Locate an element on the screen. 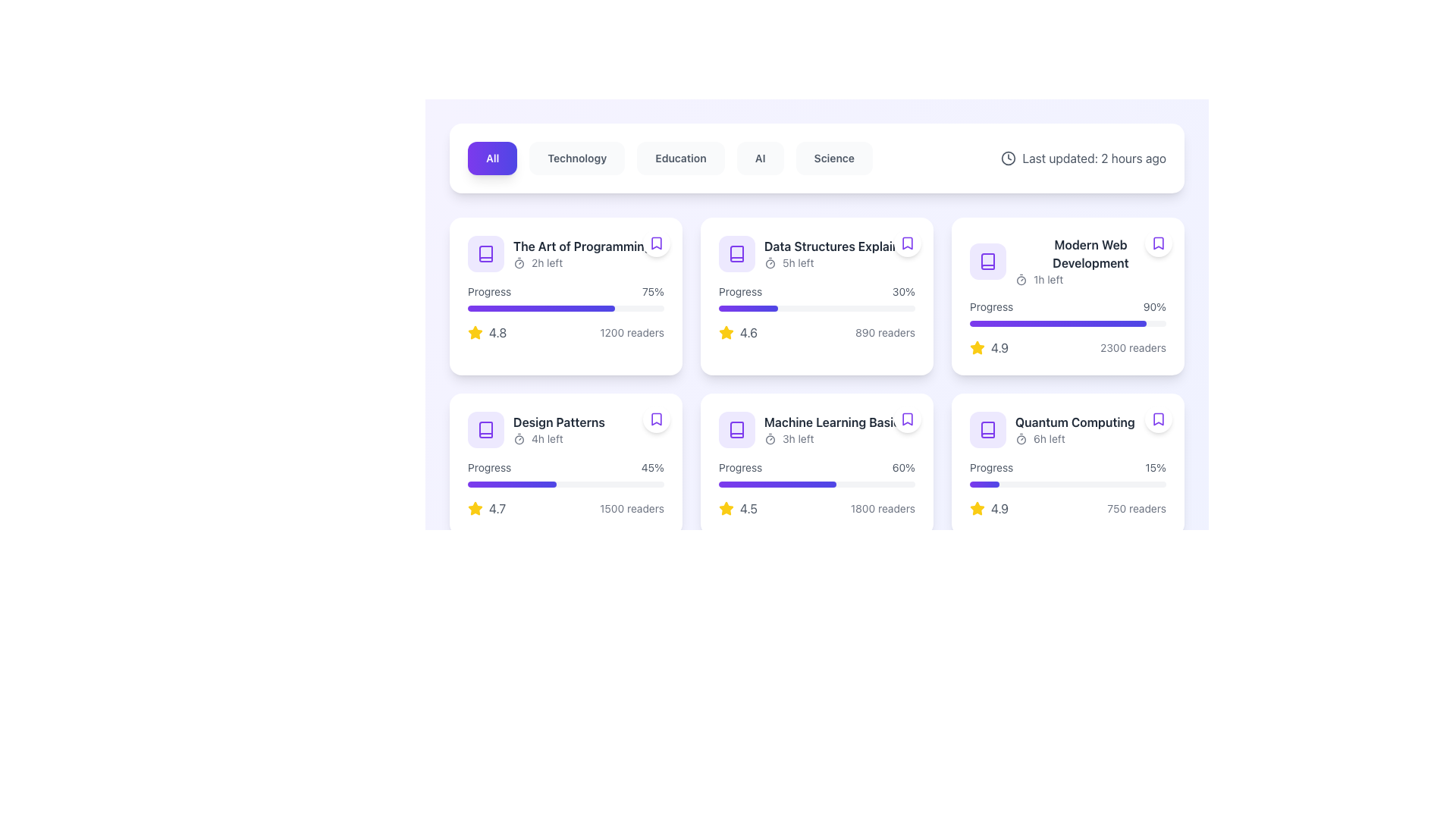  'Progress' text label located within the 'Quantum Computing' card, positioned above the progress bar and aligned left to the '15%' text is located at coordinates (991, 467).